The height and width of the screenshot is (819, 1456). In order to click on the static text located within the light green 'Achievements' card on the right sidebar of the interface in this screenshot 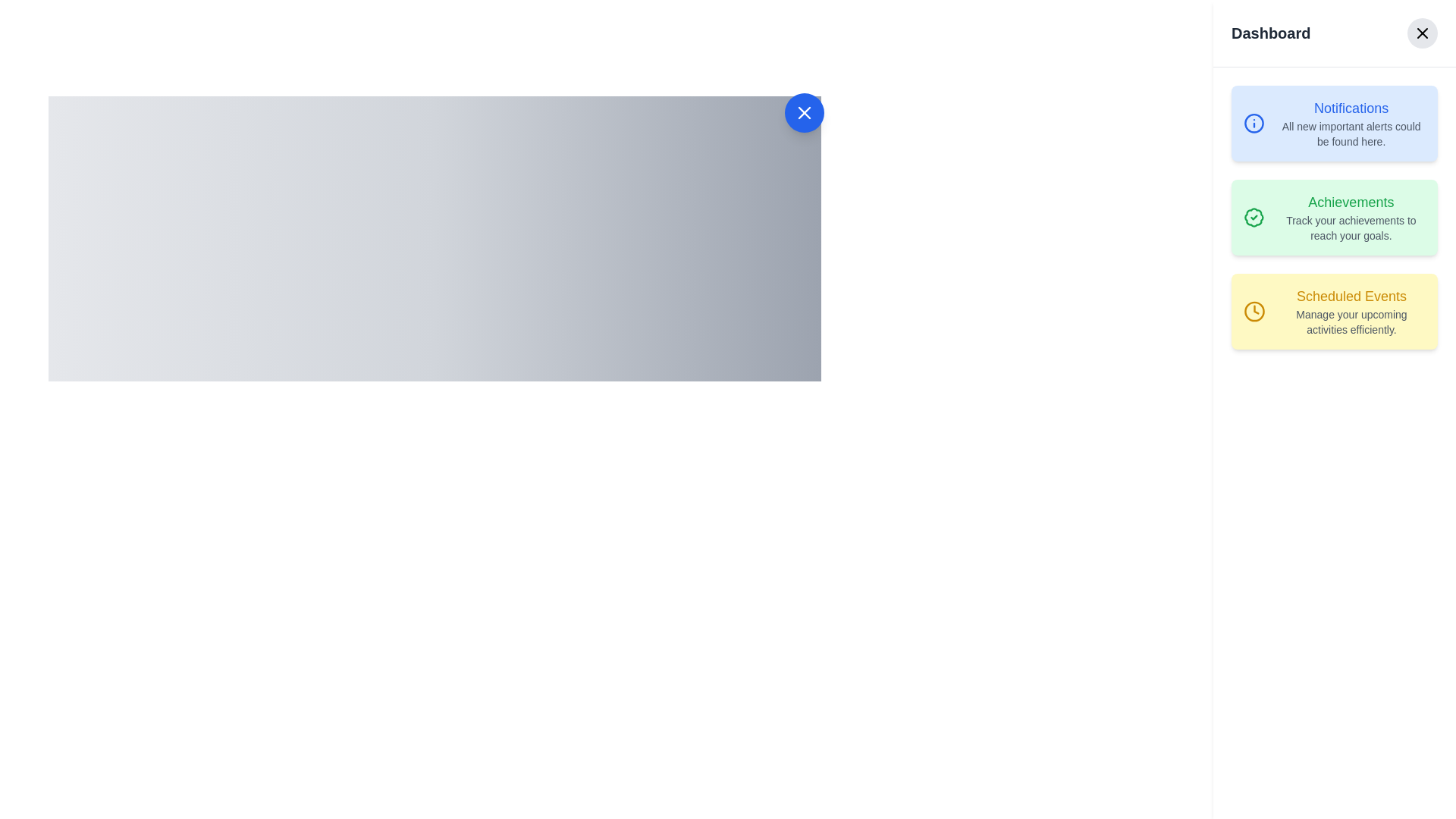, I will do `click(1351, 227)`.